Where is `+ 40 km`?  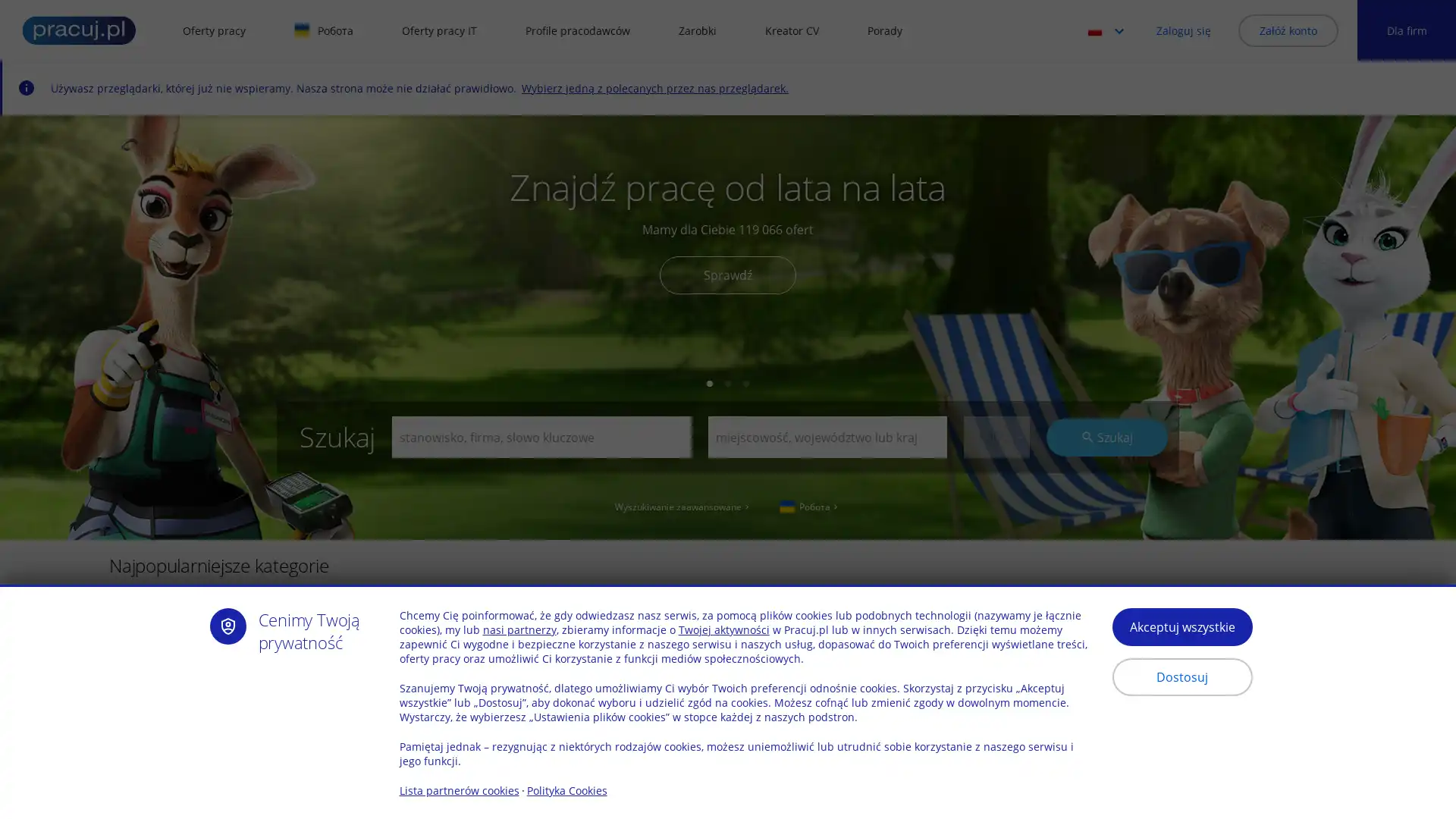
+ 40 km is located at coordinates (996, 651).